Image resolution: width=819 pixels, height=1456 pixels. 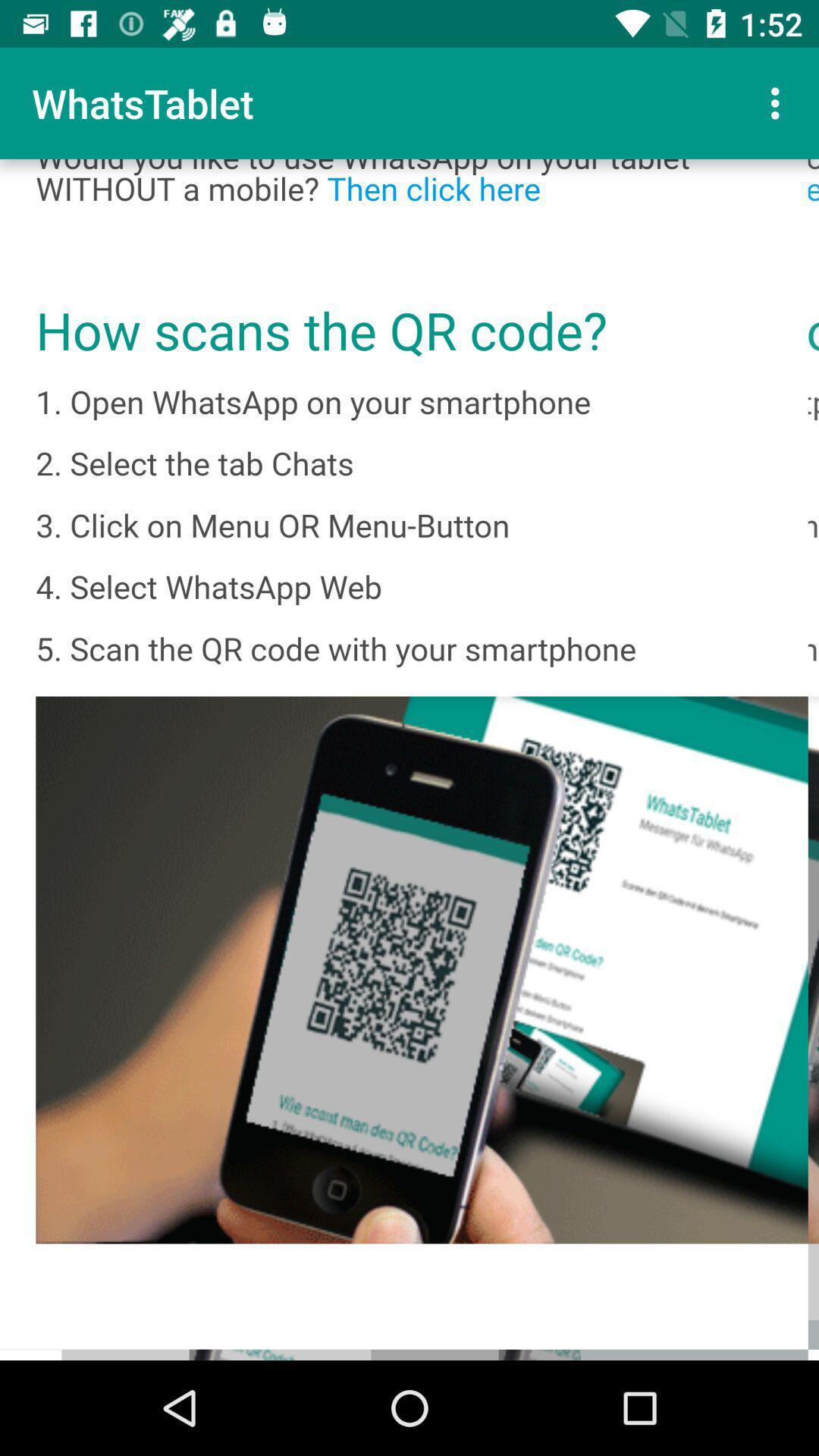 I want to click on app to the right of whatstablet item, so click(x=779, y=102).